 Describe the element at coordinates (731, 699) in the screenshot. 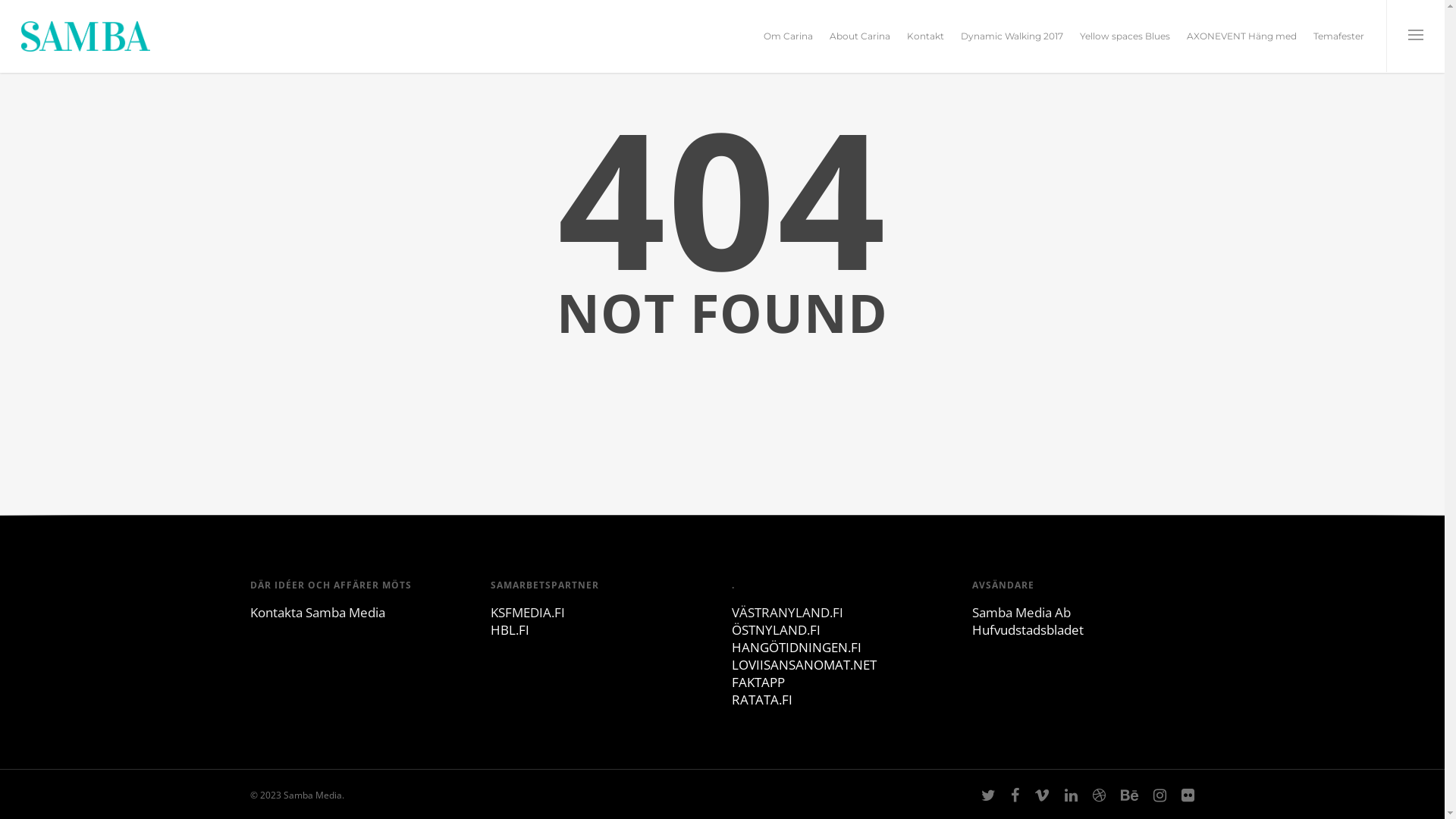

I see `'RATATA.FI'` at that location.